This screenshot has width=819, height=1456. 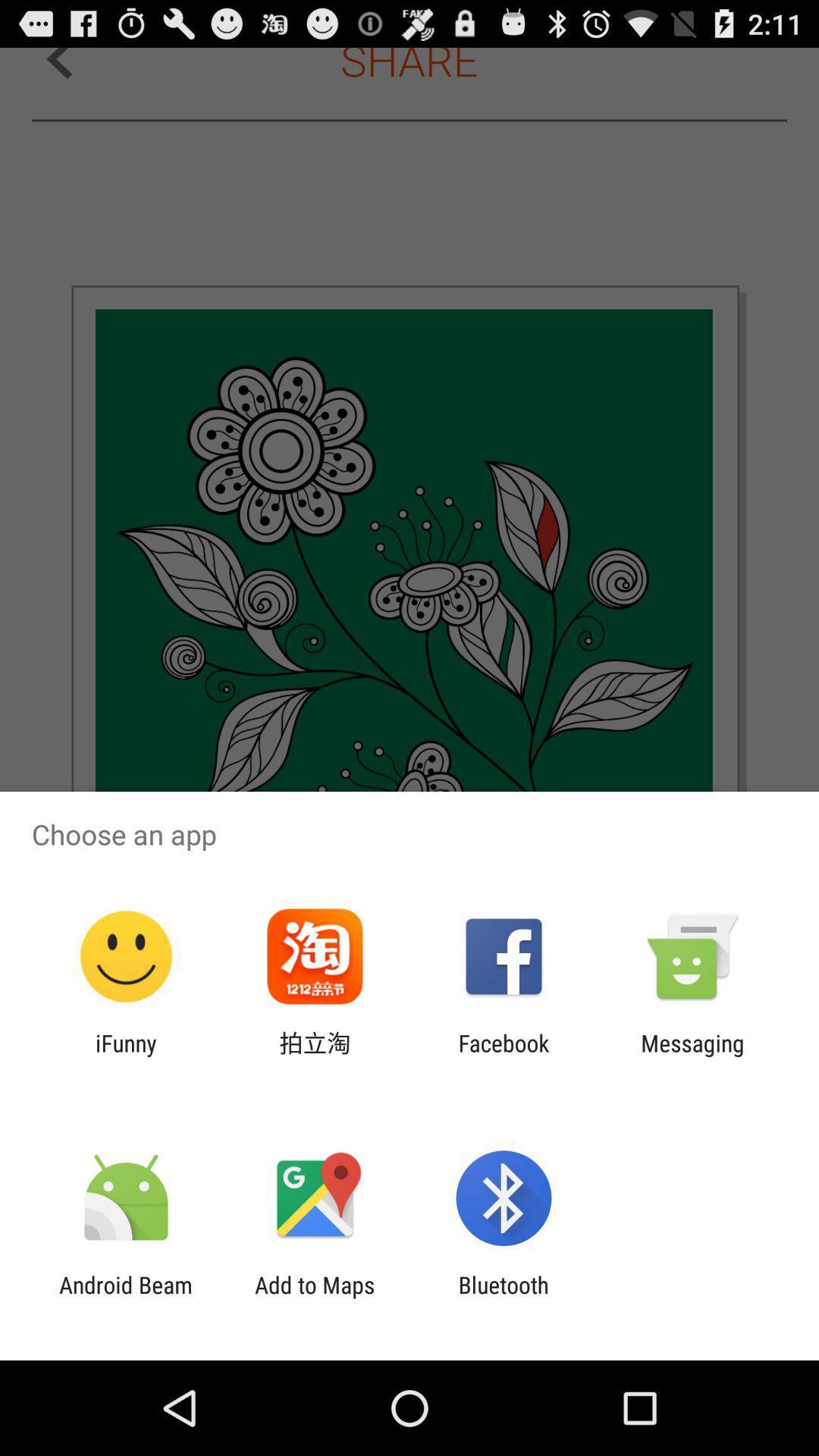 What do you see at coordinates (504, 1056) in the screenshot?
I see `app to the left of the messaging icon` at bounding box center [504, 1056].